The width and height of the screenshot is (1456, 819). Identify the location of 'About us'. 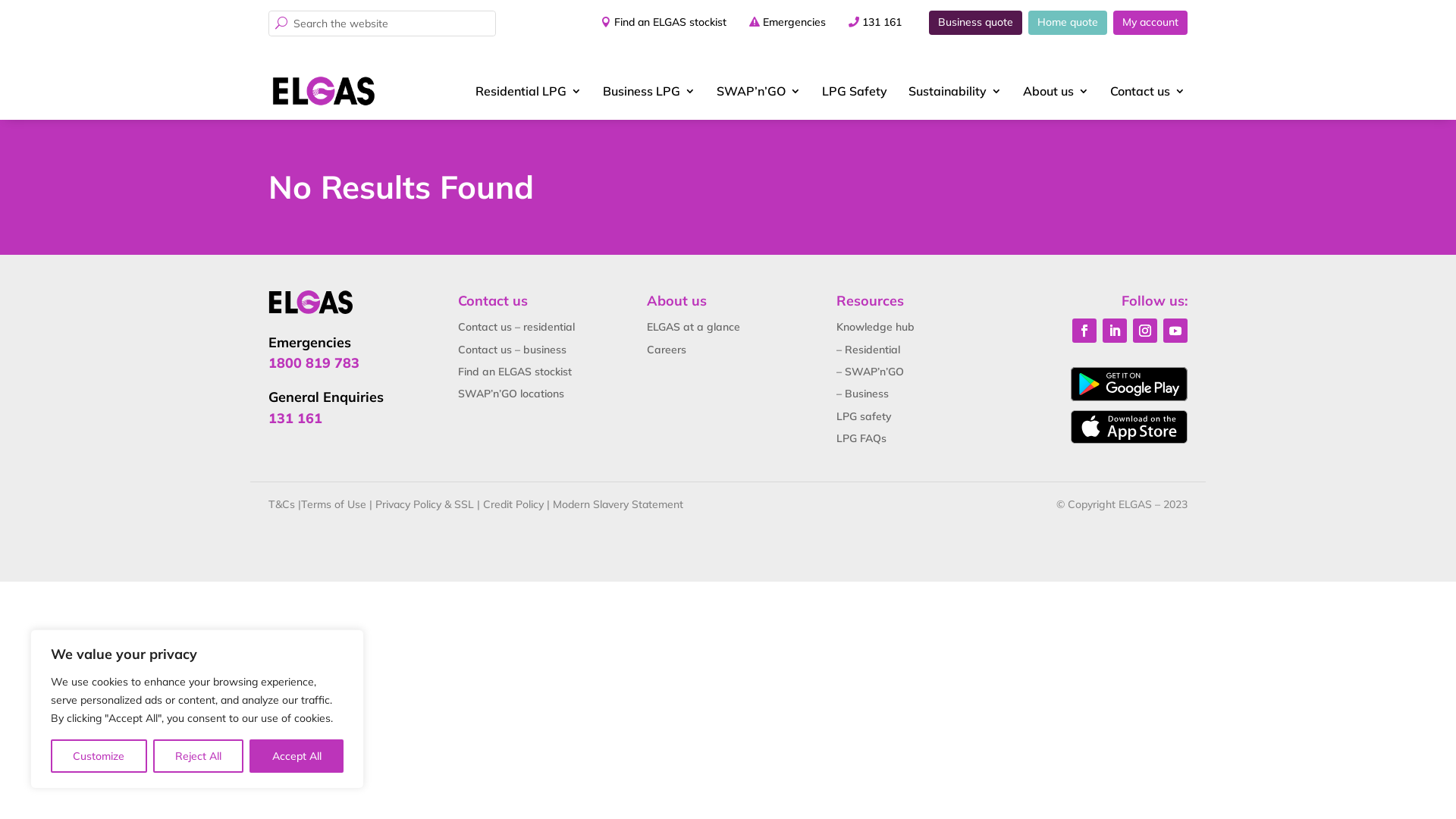
(1055, 90).